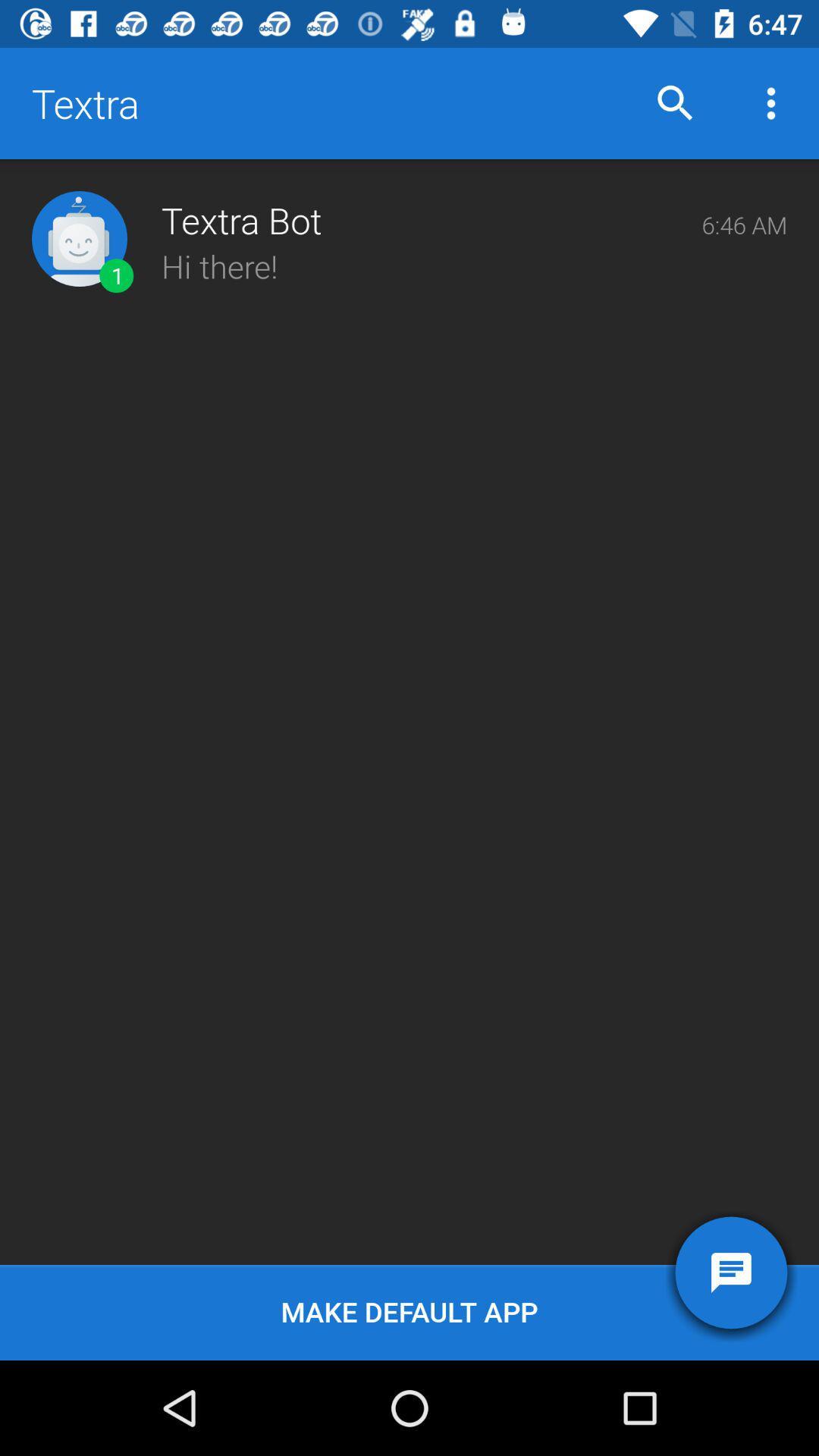  What do you see at coordinates (730, 1272) in the screenshot?
I see `the icon to the right of make default app` at bounding box center [730, 1272].